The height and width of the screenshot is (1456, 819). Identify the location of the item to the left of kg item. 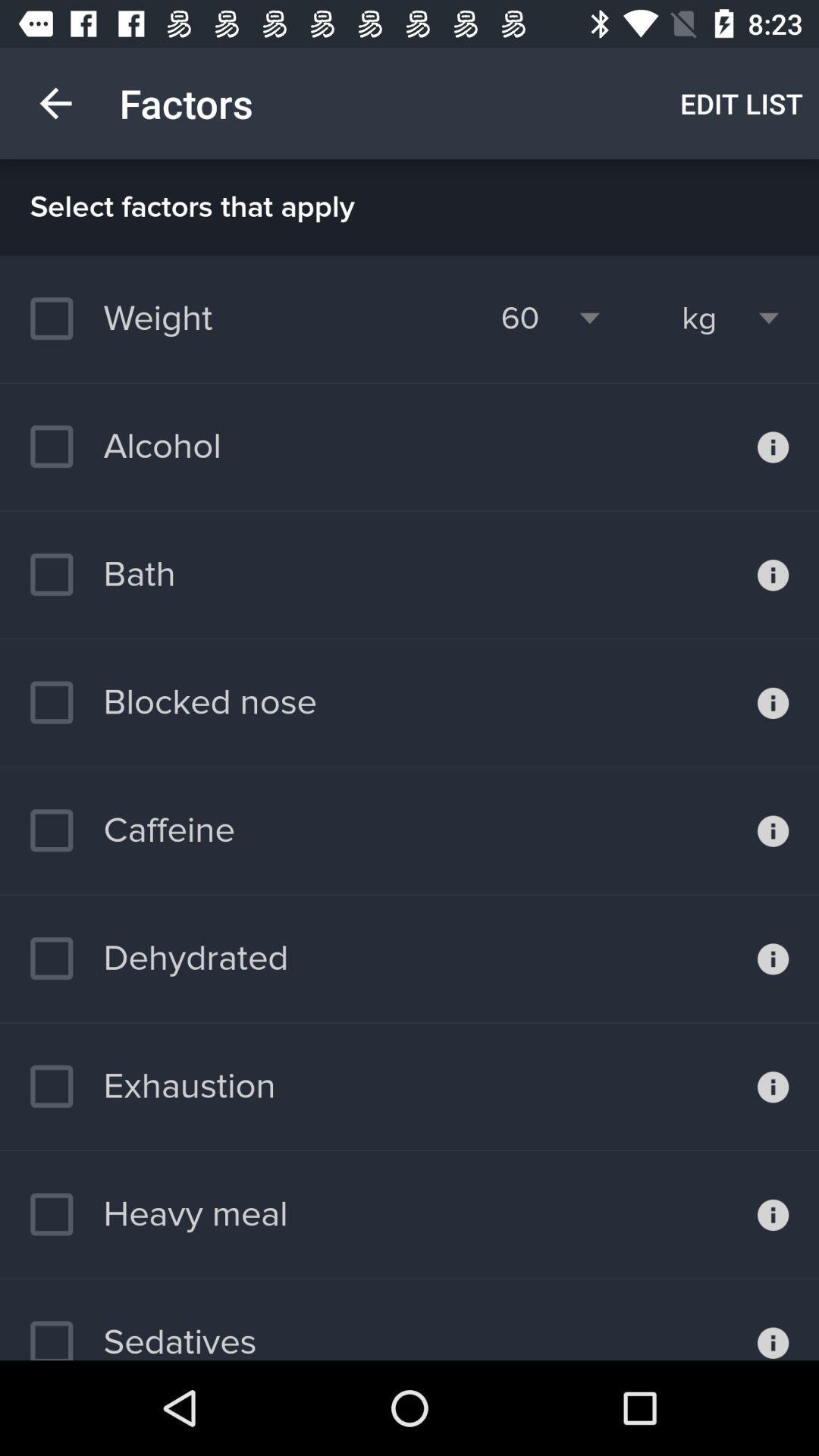
(519, 318).